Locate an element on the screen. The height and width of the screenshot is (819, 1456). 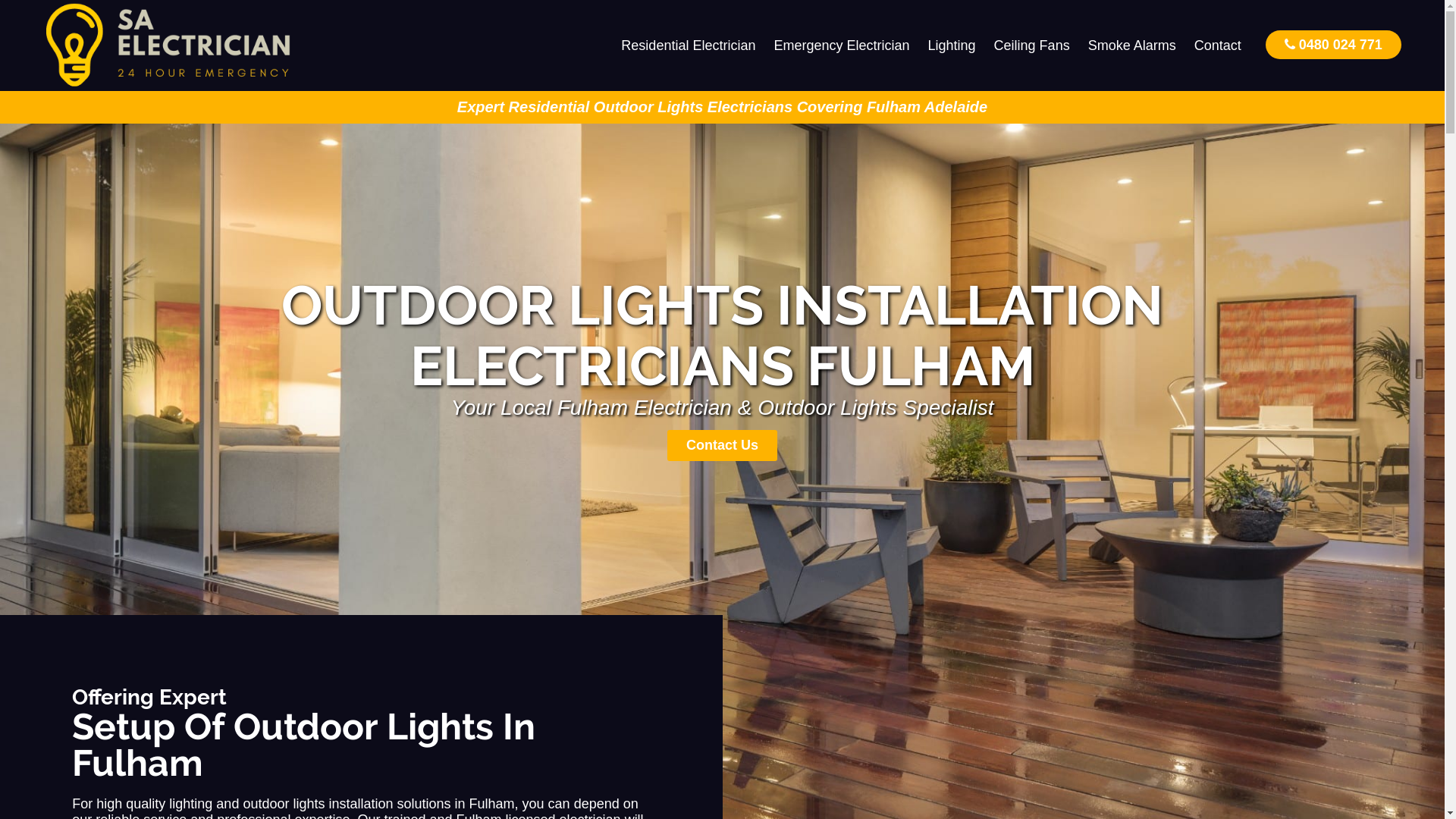
'Lighting' is located at coordinates (951, 45).